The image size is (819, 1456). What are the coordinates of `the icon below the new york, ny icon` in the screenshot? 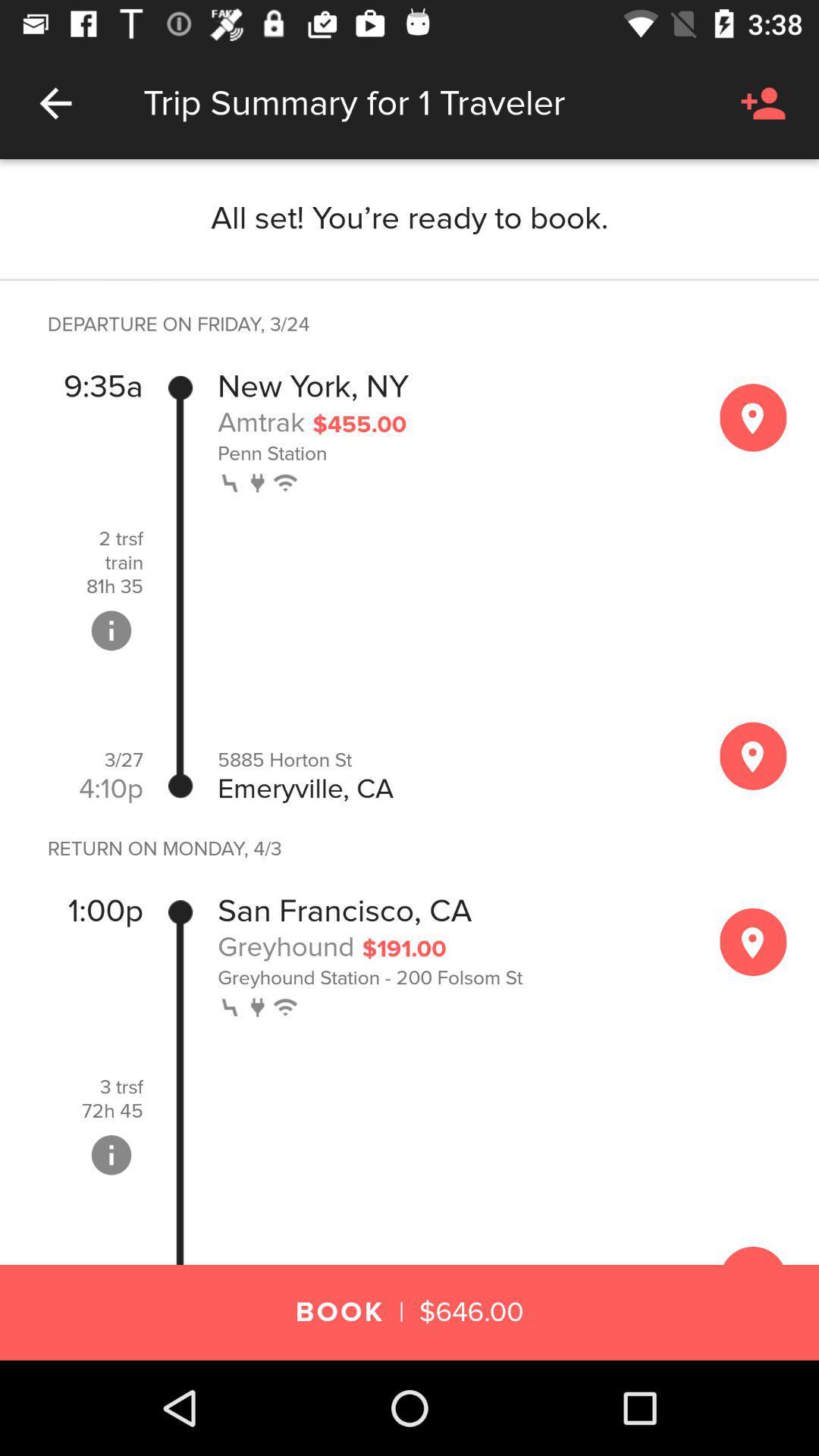 It's located at (260, 422).